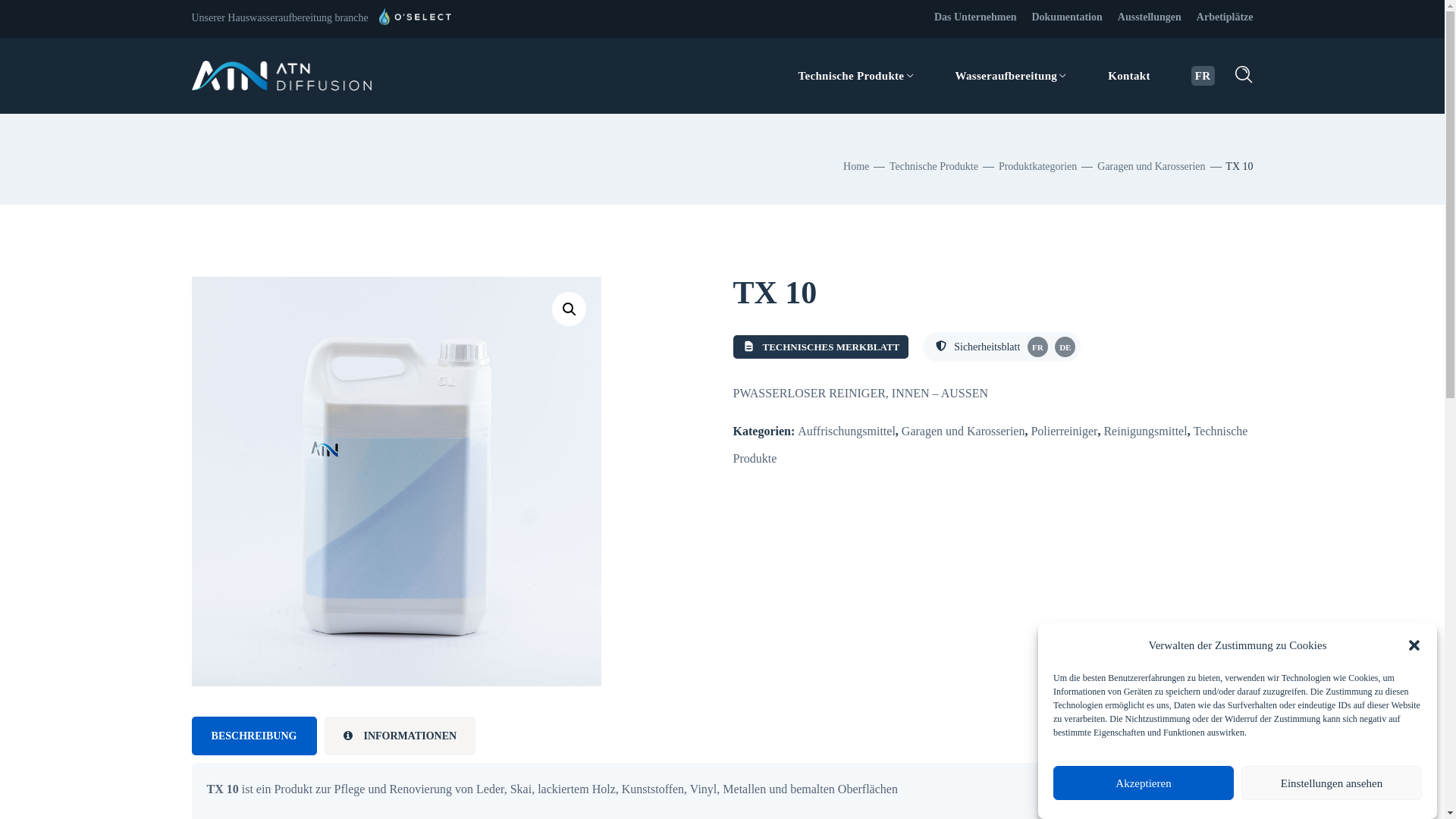 Image resolution: width=1456 pixels, height=819 pixels. I want to click on 'Kontakt', so click(1128, 76).